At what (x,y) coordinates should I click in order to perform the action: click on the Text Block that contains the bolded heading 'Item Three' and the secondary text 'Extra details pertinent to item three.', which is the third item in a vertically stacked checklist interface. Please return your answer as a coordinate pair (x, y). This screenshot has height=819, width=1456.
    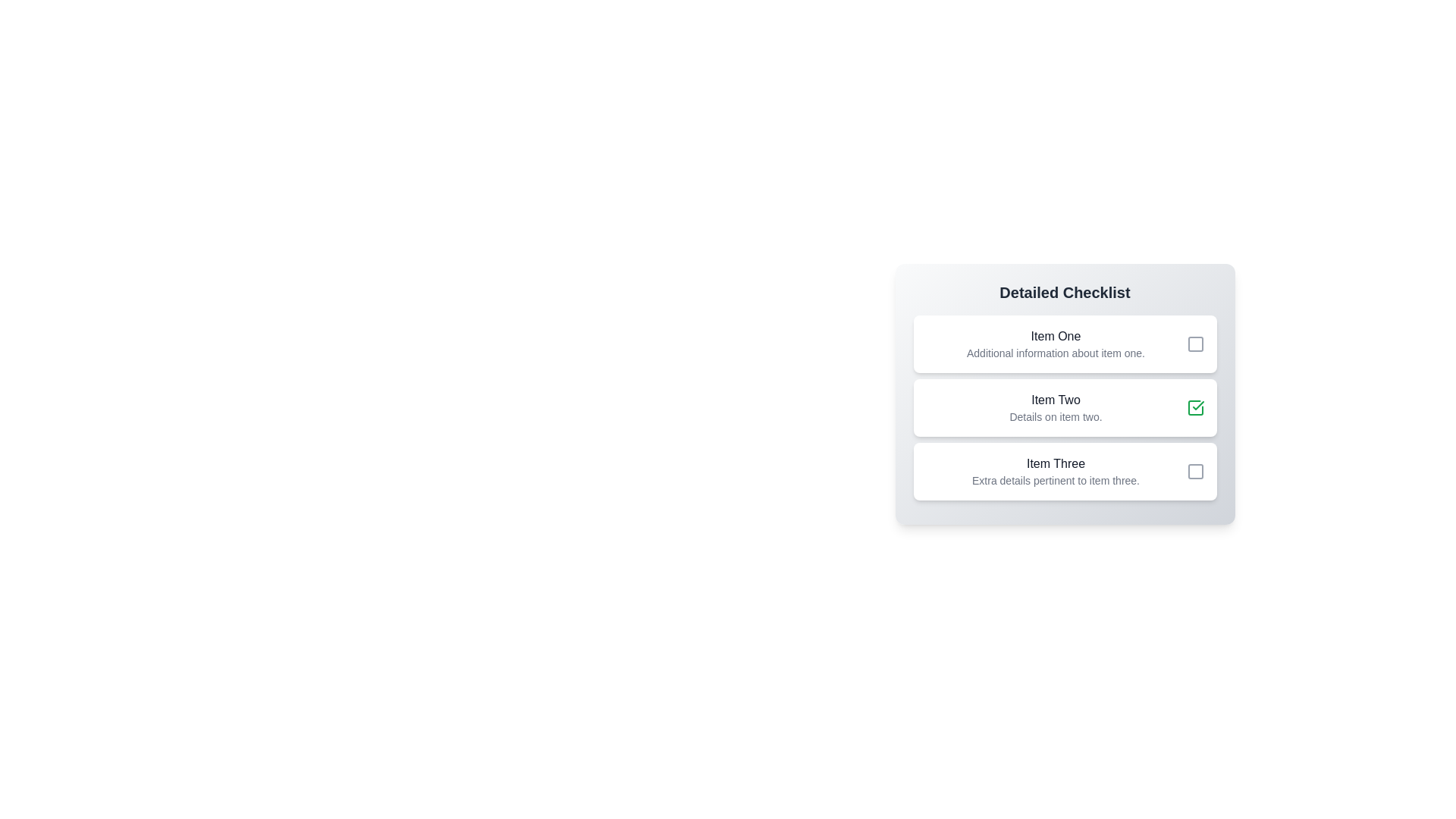
    Looking at the image, I should click on (1055, 470).